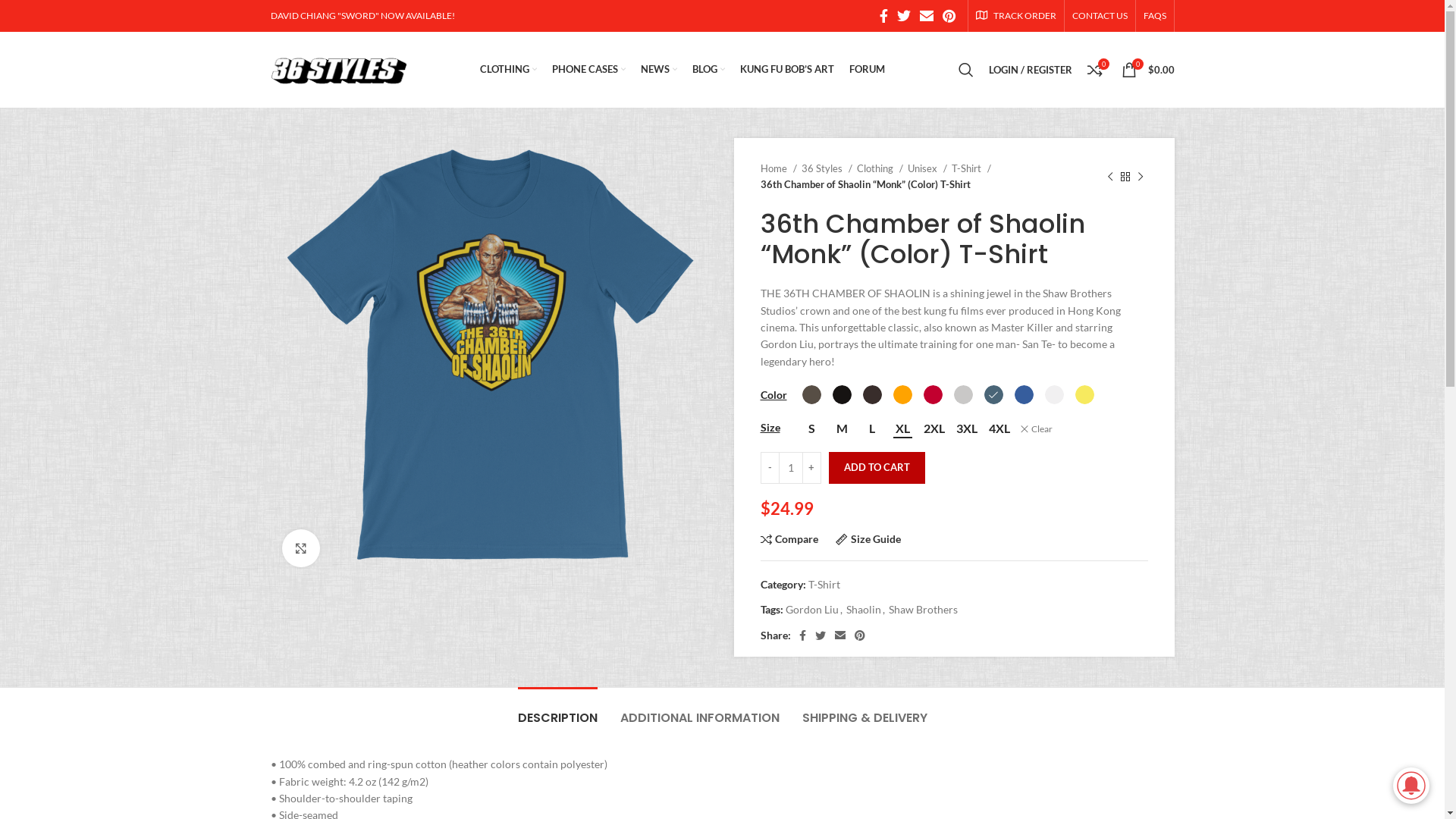  What do you see at coordinates (971, 168) in the screenshot?
I see `'T-Shirt'` at bounding box center [971, 168].